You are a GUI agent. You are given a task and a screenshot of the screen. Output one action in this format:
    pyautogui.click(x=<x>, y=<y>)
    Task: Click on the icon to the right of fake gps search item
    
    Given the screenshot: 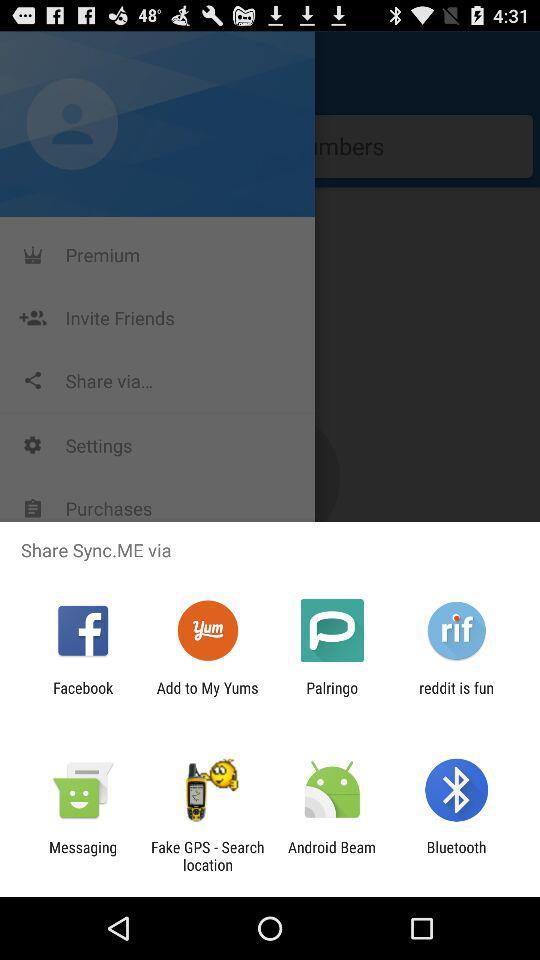 What is the action you would take?
    pyautogui.click(x=332, y=855)
    